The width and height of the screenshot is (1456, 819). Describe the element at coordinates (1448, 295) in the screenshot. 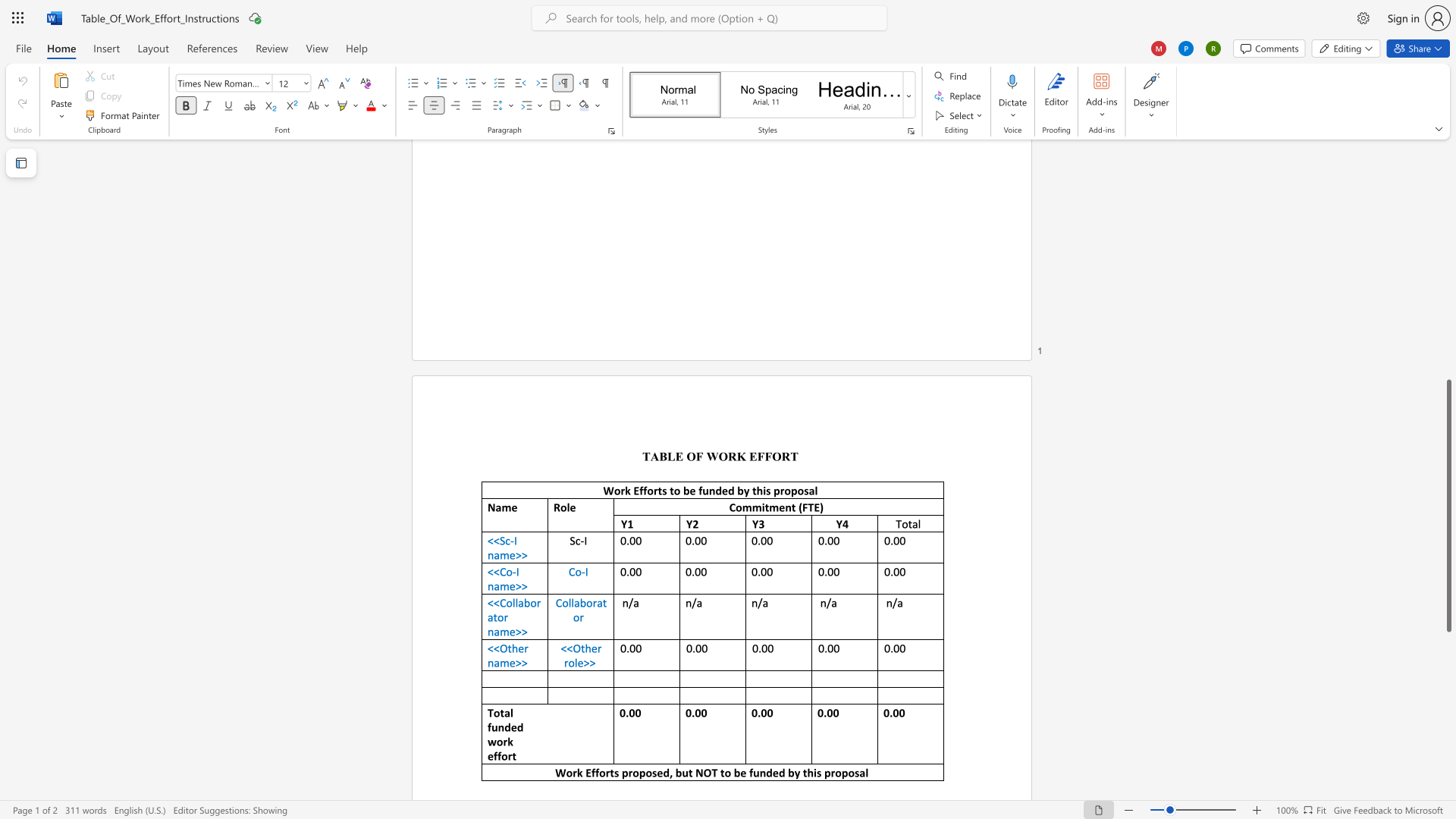

I see `the scrollbar to move the page up` at that location.